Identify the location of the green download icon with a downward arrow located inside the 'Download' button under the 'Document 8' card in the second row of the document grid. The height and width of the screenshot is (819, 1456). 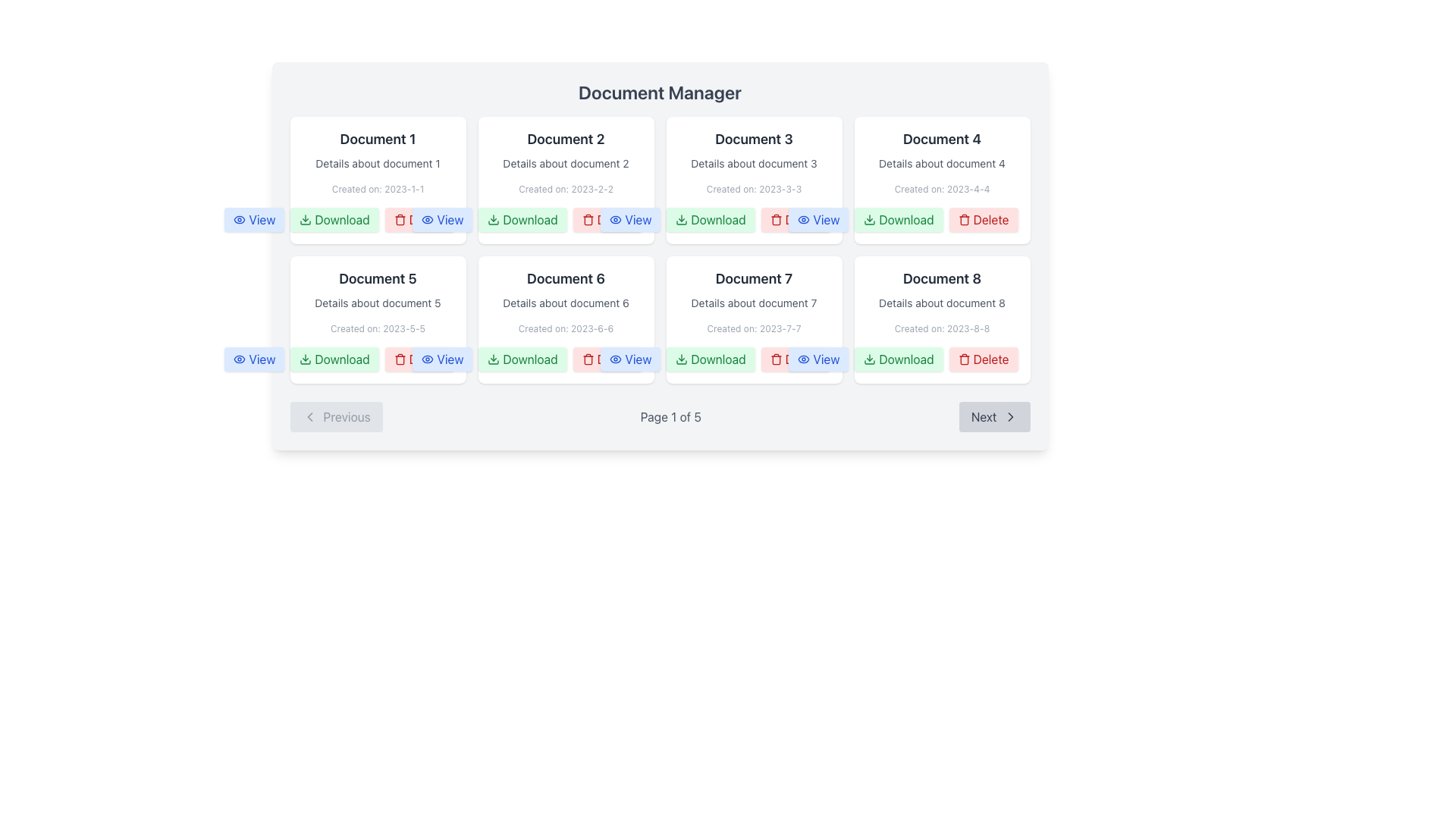
(870, 359).